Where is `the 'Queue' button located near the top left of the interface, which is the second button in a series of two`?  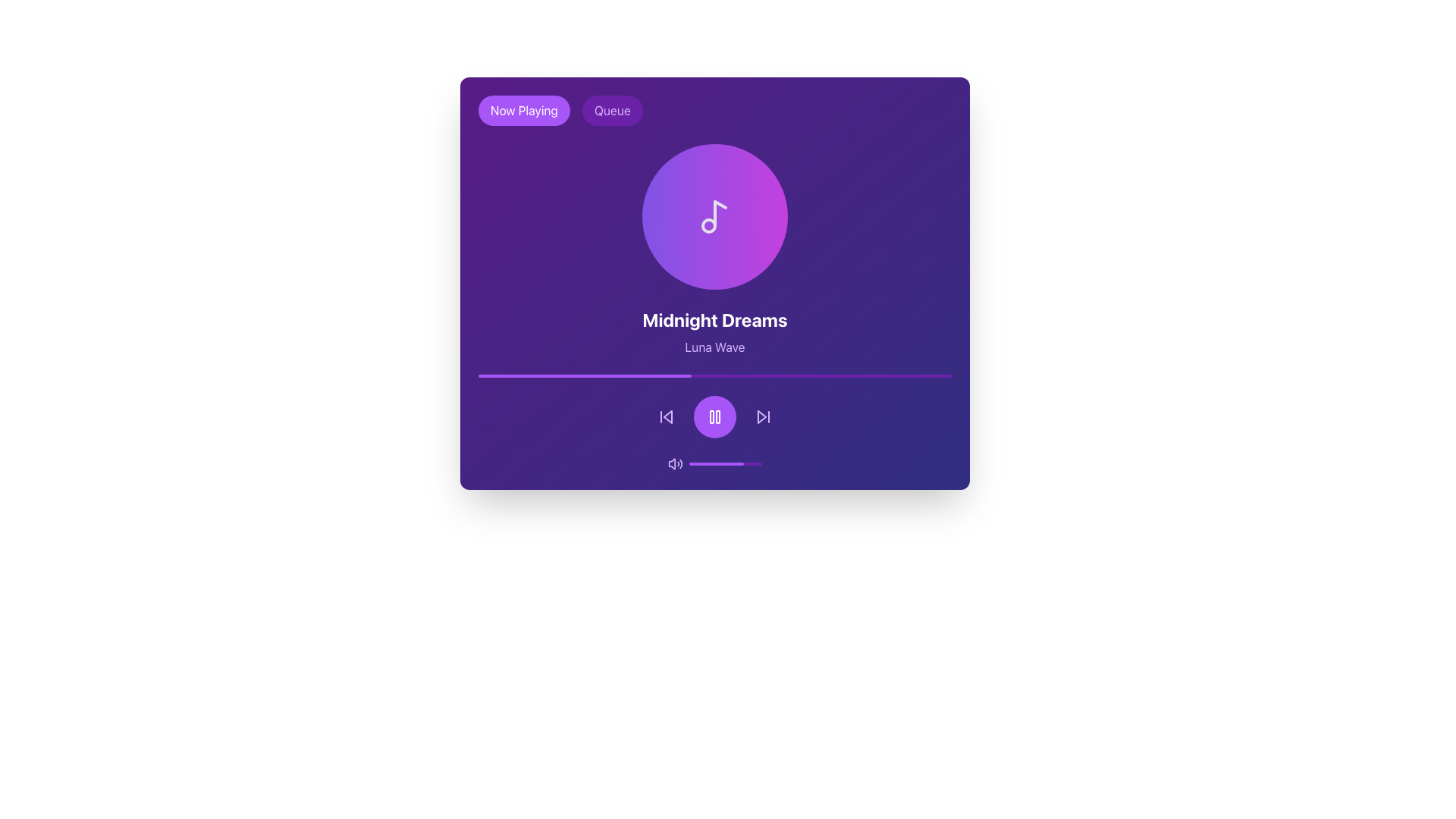 the 'Queue' button located near the top left of the interface, which is the second button in a series of two is located at coordinates (612, 110).